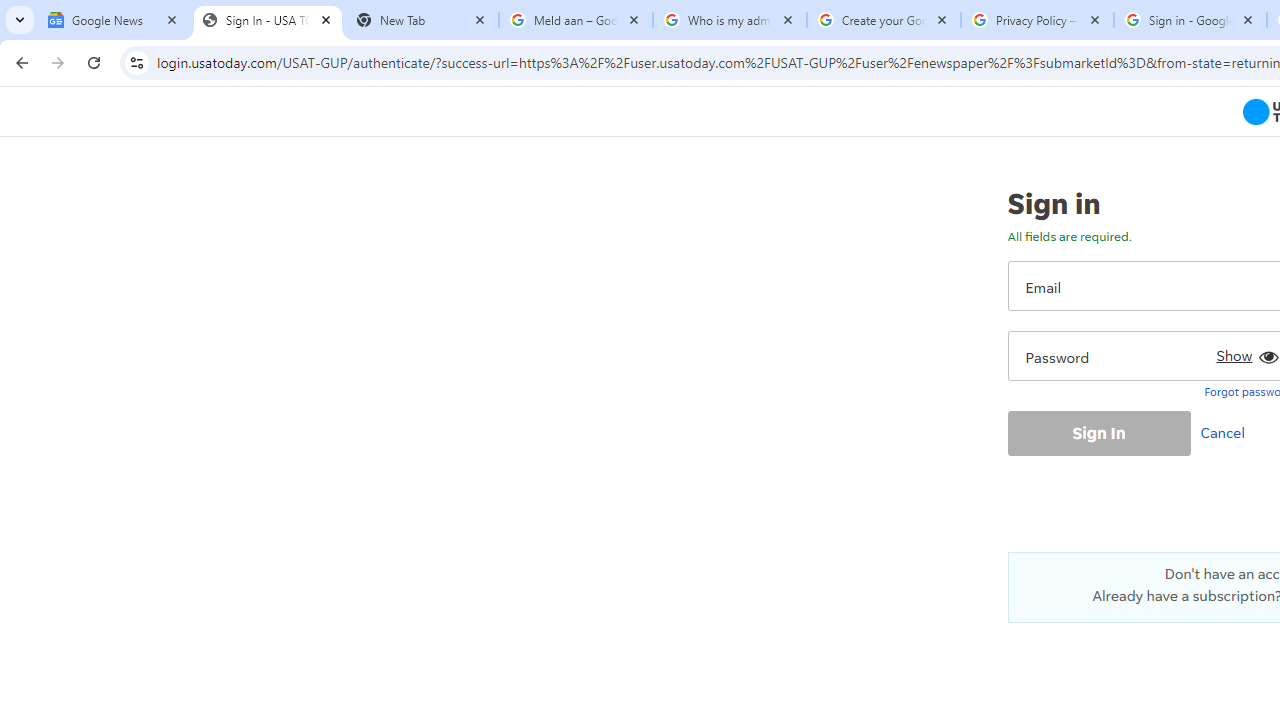 This screenshot has height=720, width=1280. Describe the element at coordinates (882, 20) in the screenshot. I see `'Create your Google Account'` at that location.